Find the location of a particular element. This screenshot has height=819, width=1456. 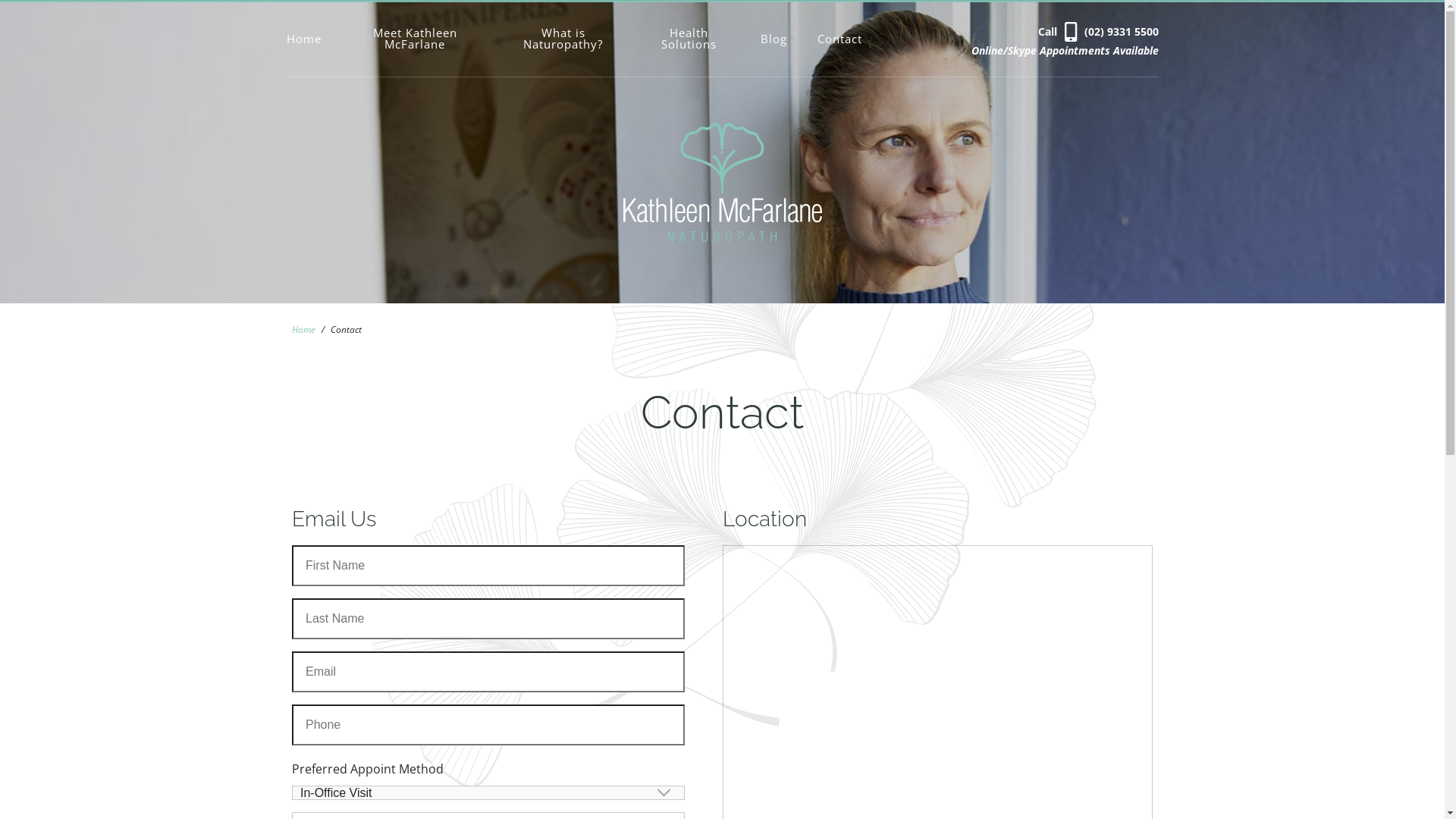

'Blog' is located at coordinates (773, 38).